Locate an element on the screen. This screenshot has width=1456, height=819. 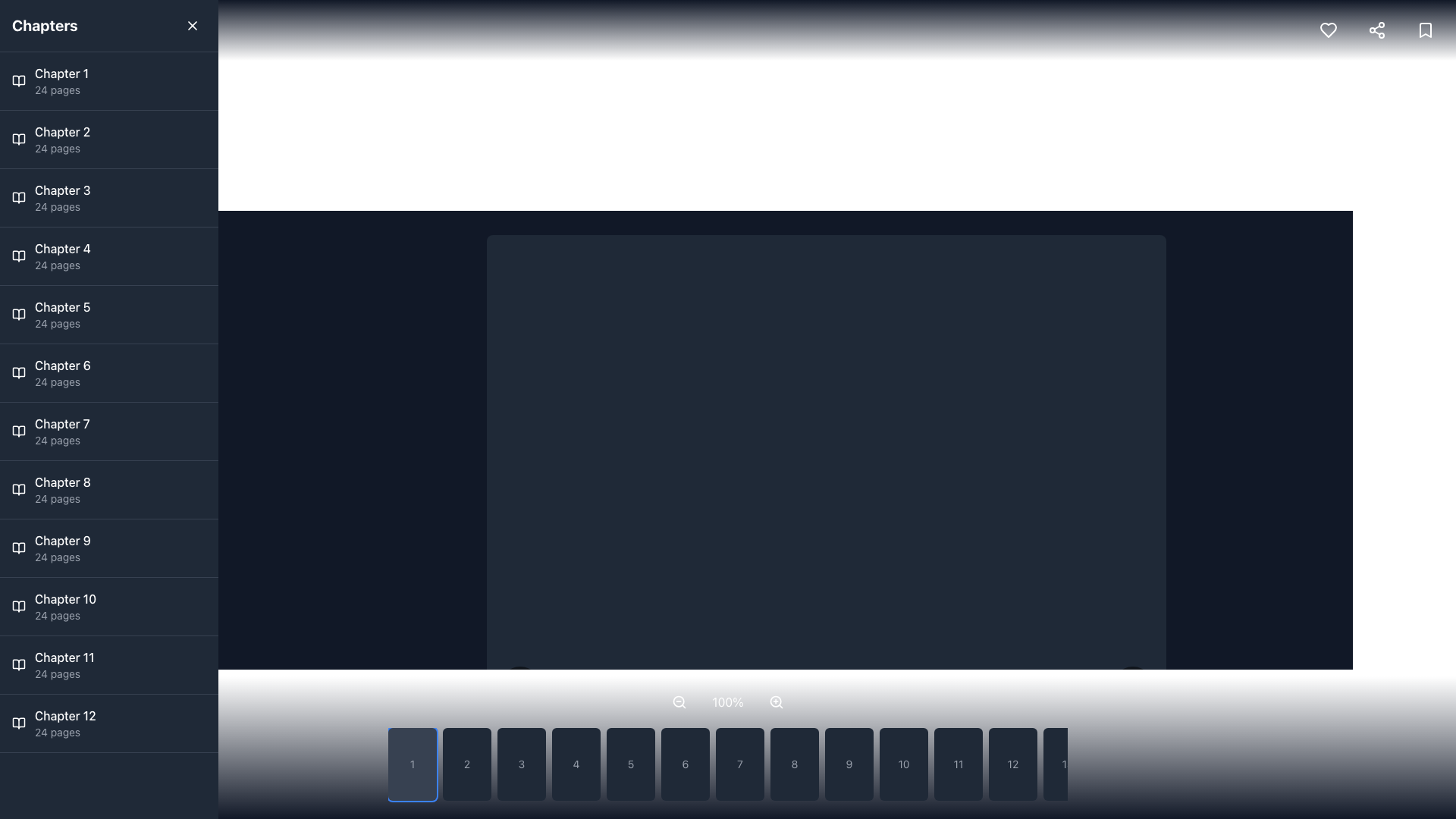
the second sub-component of the chapter icon in the navigation panel is located at coordinates (18, 489).